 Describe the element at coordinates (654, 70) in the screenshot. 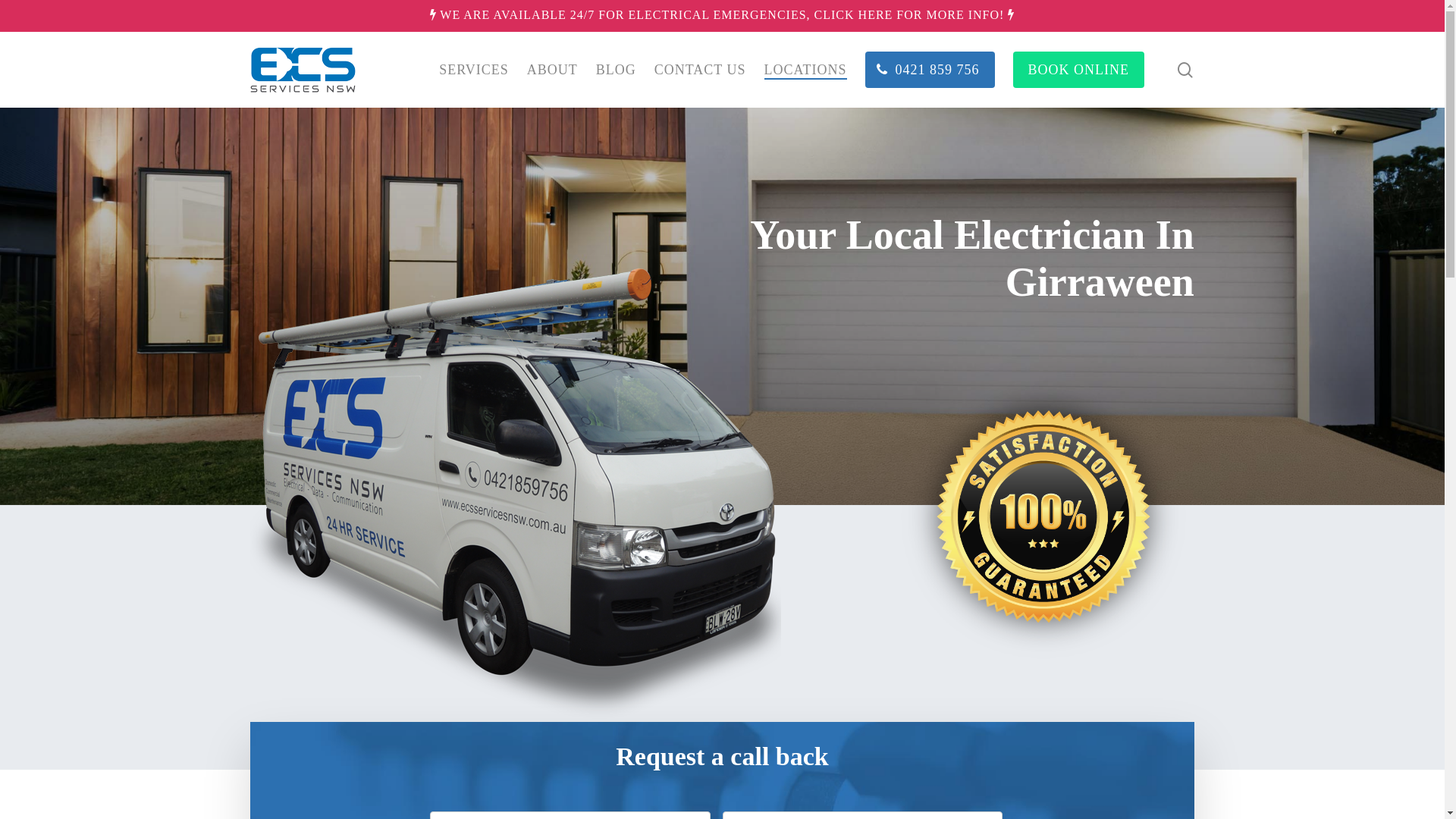

I see `'CONTACT US'` at that location.